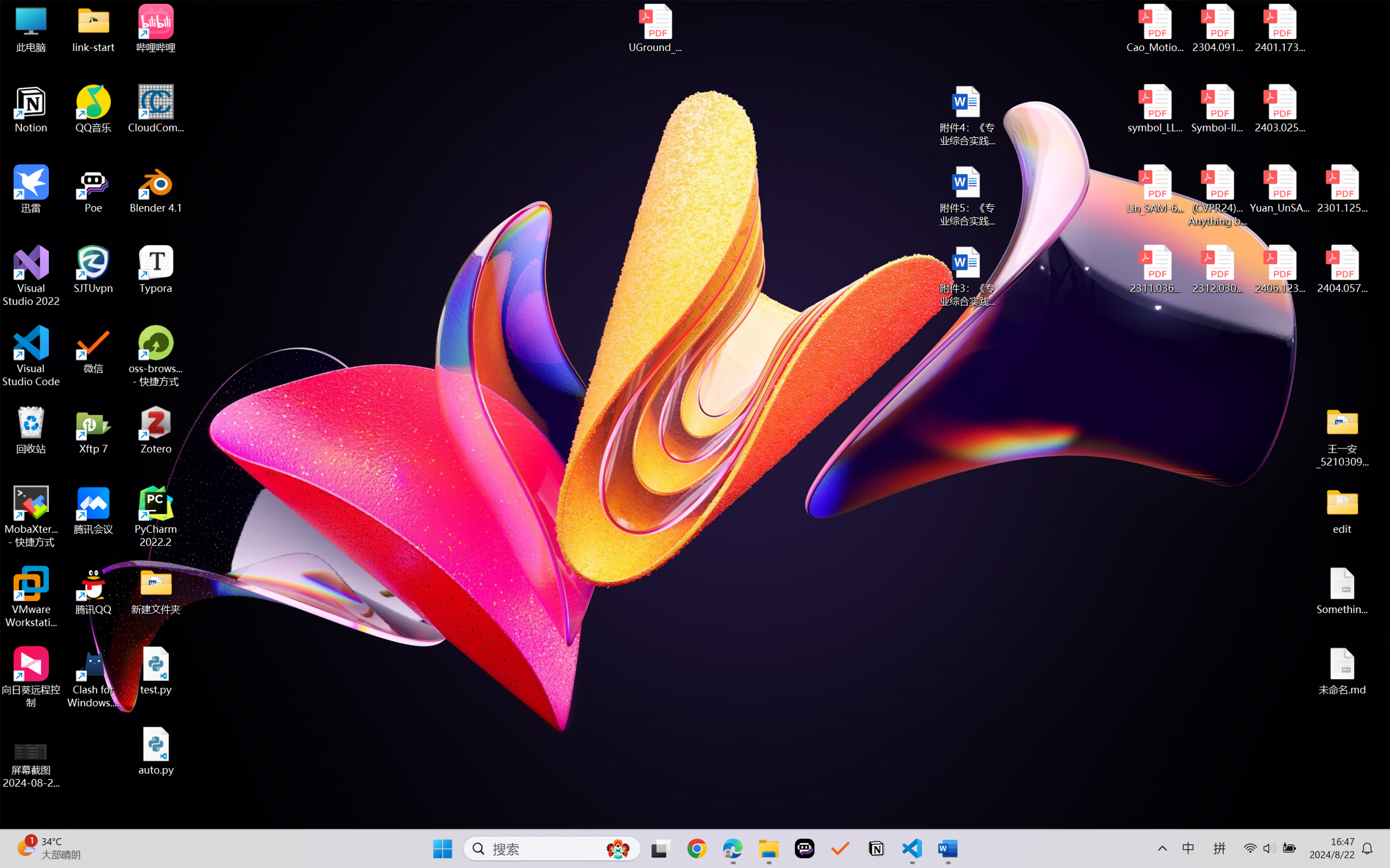 The width and height of the screenshot is (1390, 868). Describe the element at coordinates (94, 269) in the screenshot. I see `'SJTUvpn'` at that location.